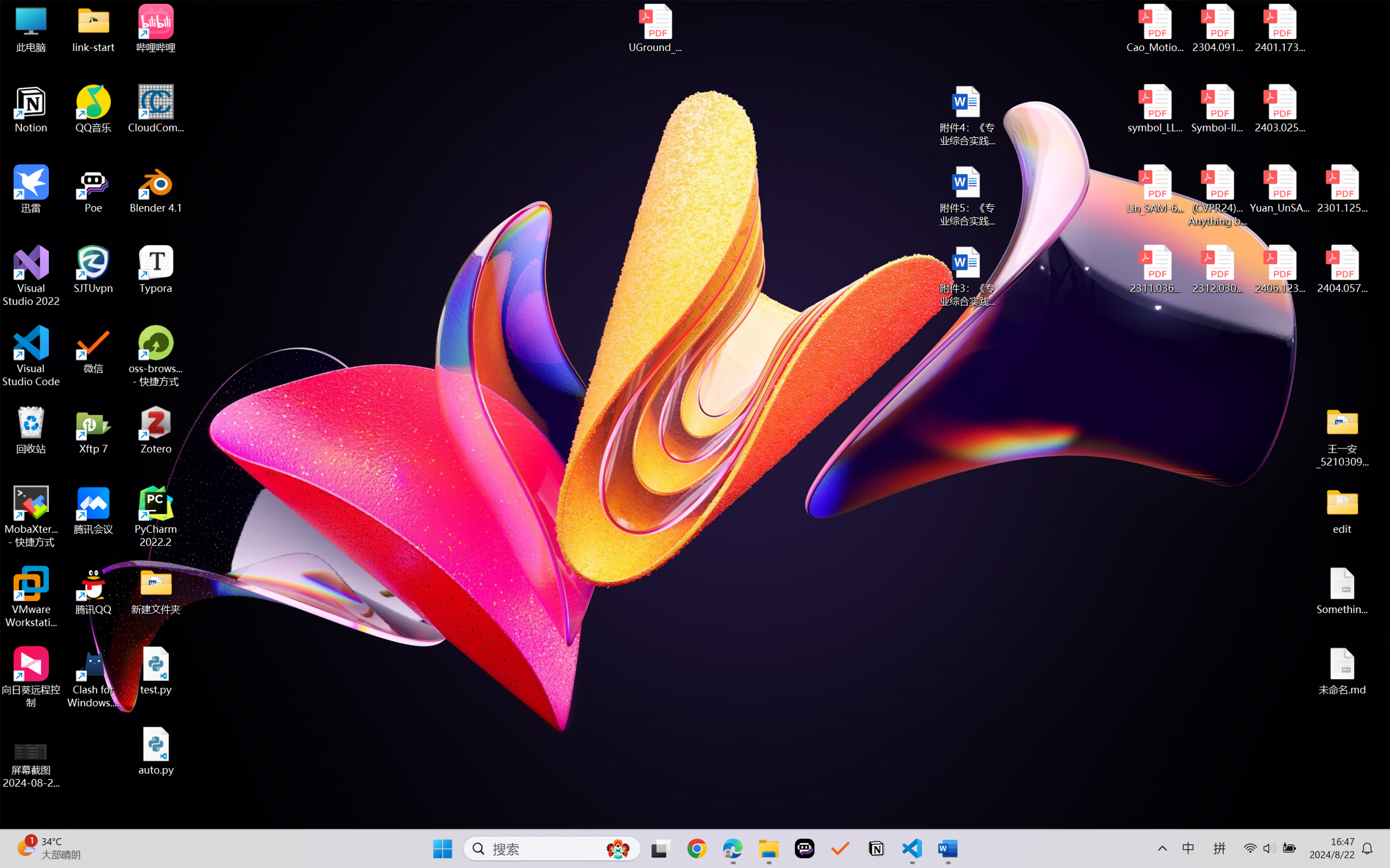 The width and height of the screenshot is (1390, 868). Describe the element at coordinates (94, 269) in the screenshot. I see `'SJTUvpn'` at that location.